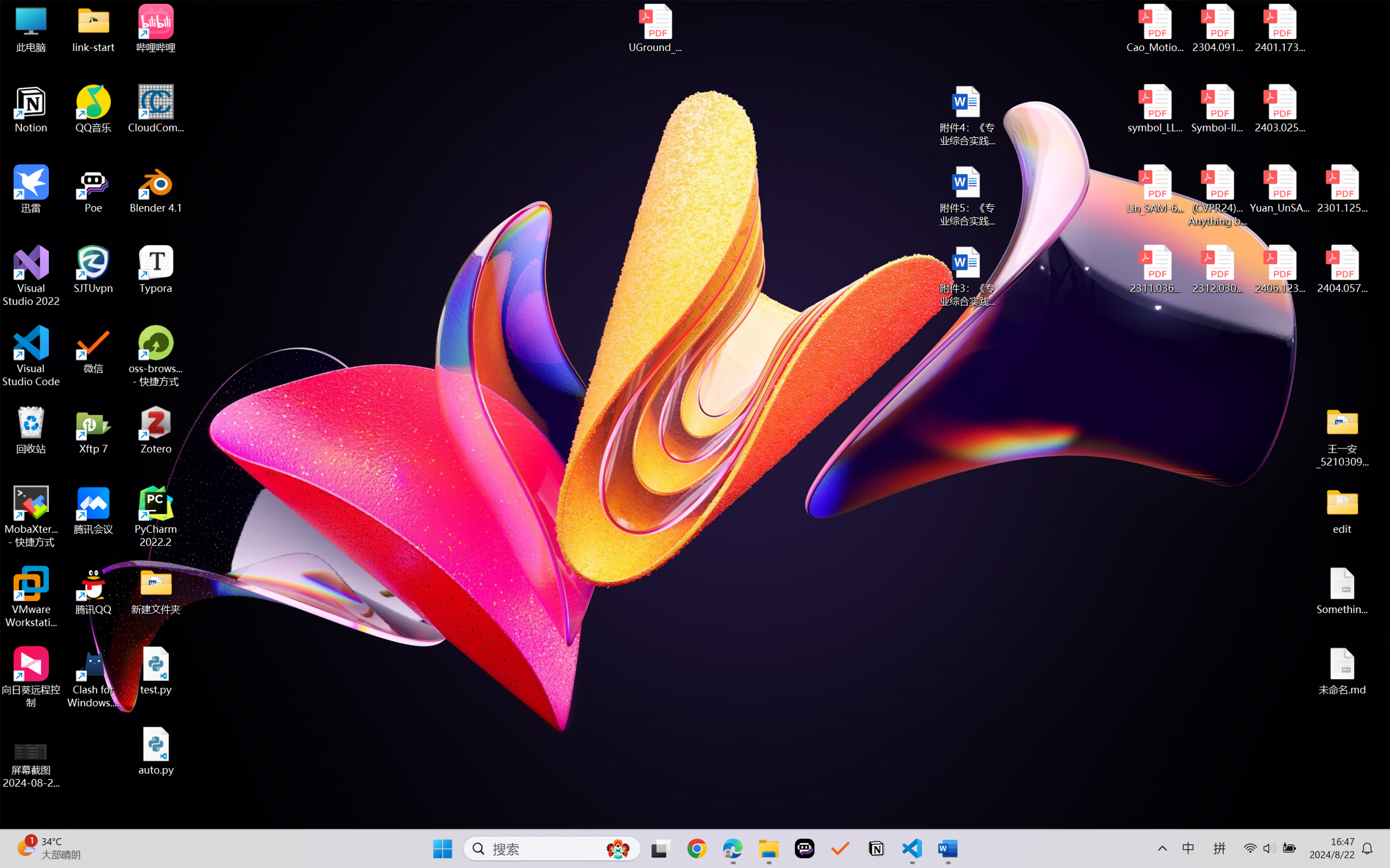 The width and height of the screenshot is (1390, 868). Describe the element at coordinates (94, 269) in the screenshot. I see `'SJTUvpn'` at that location.